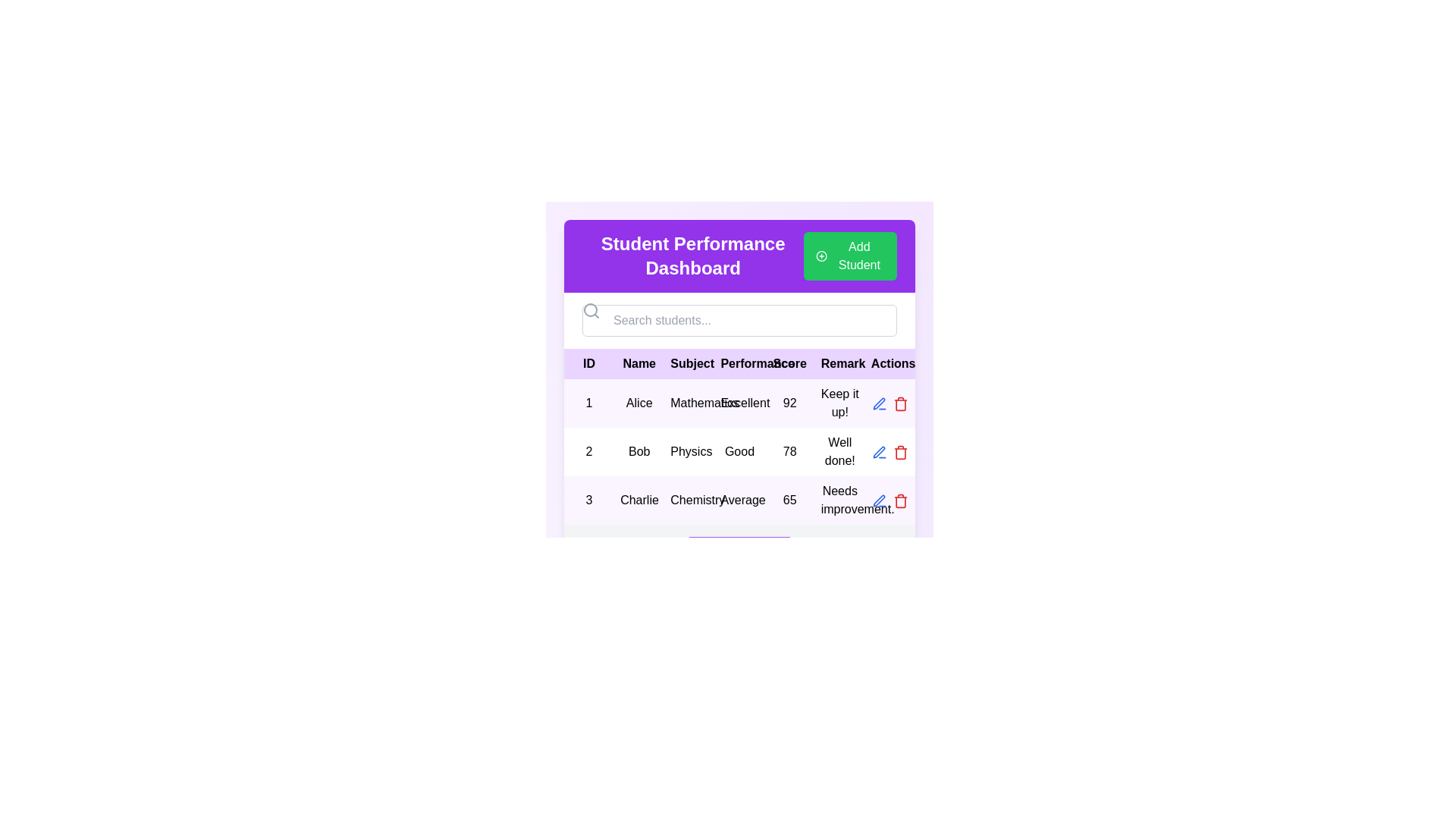 Image resolution: width=1456 pixels, height=819 pixels. I want to click on the Edit button in the Action Group located under the 'Actions' column for the student record of Alice to initiate editing, so click(890, 403).